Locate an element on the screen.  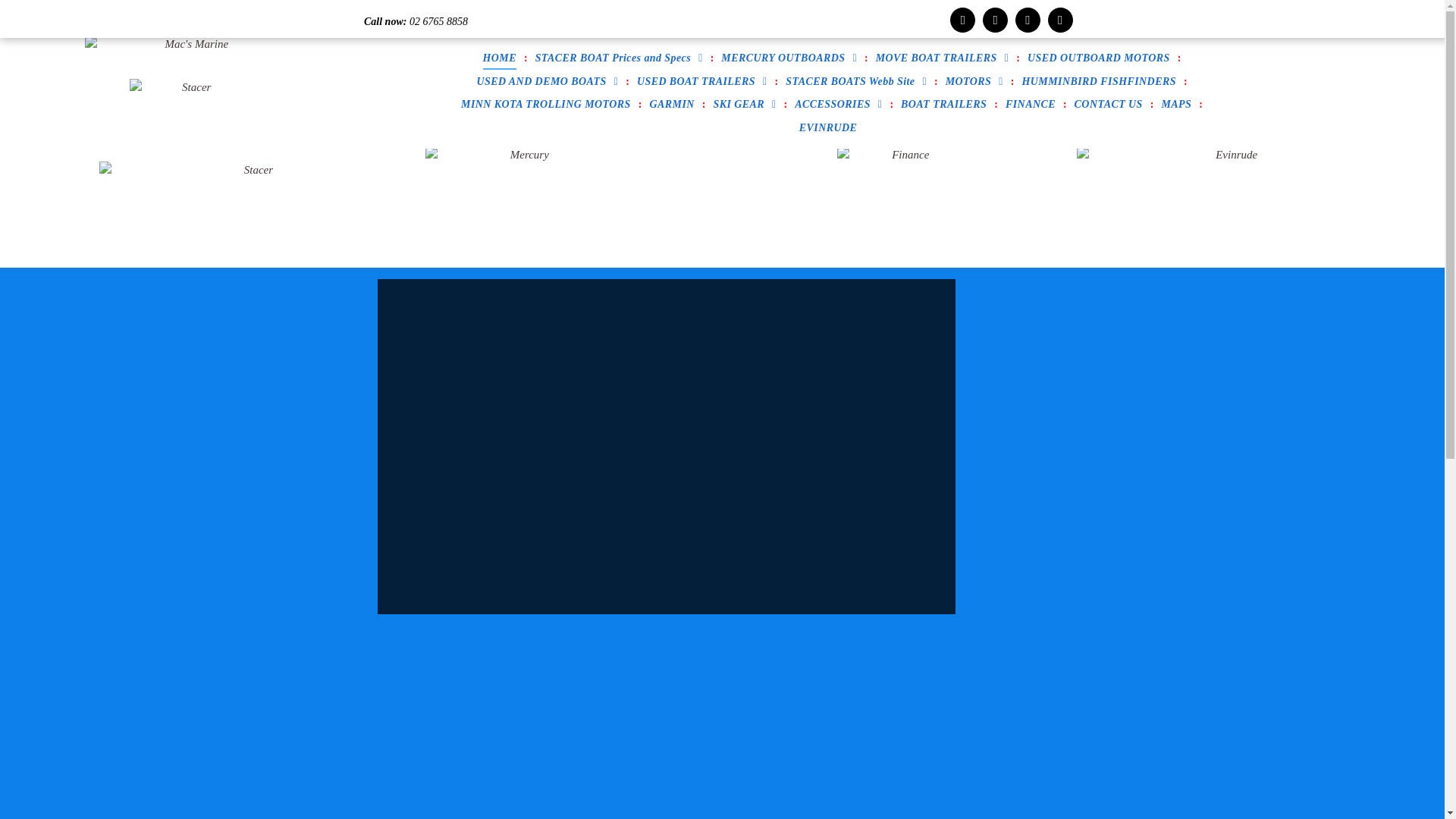
'STACER BOAT Prices and Specs' is located at coordinates (619, 58).